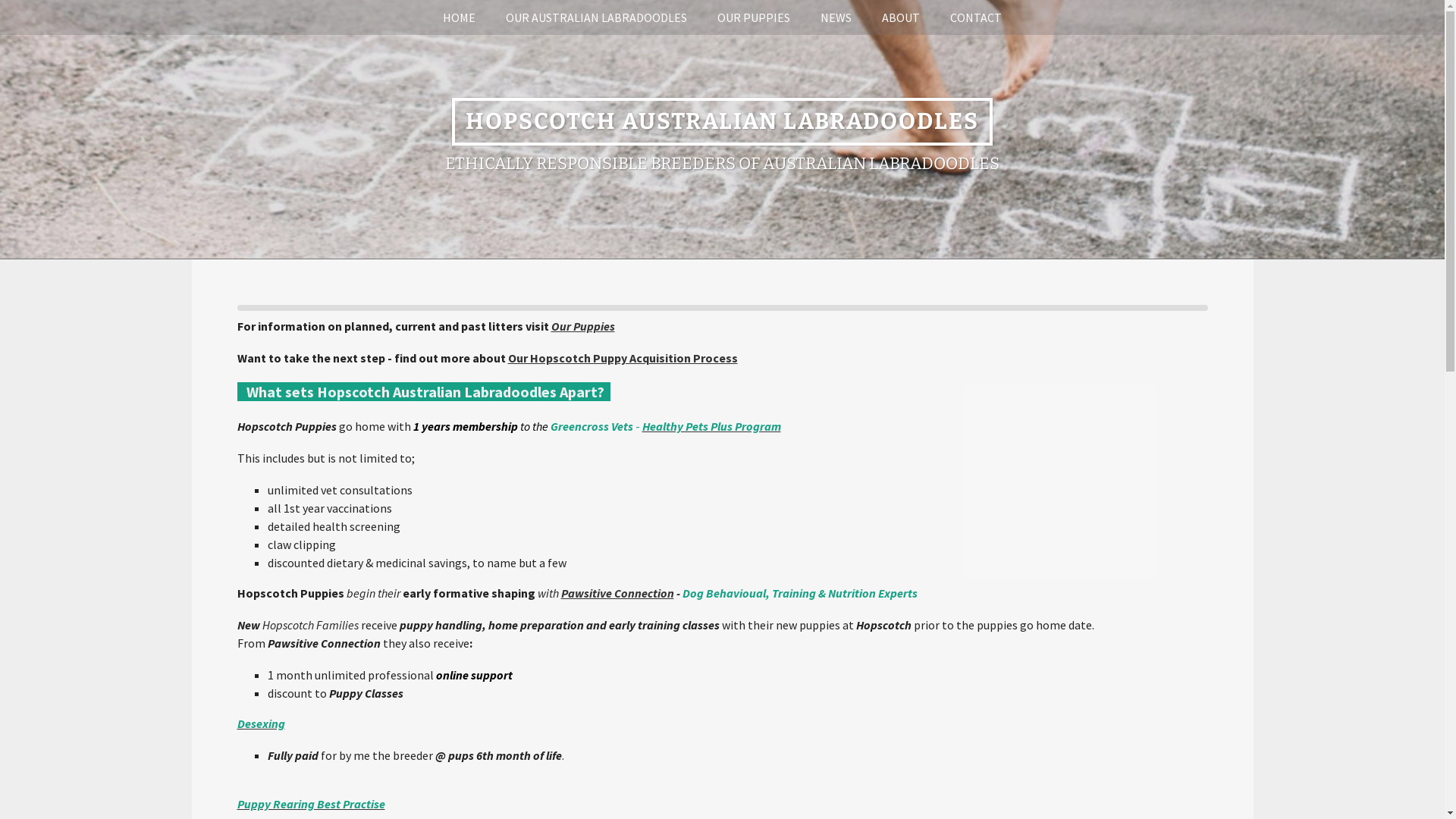 The height and width of the screenshot is (819, 1456). What do you see at coordinates (617, 592) in the screenshot?
I see `'Pawsitive Connection'` at bounding box center [617, 592].